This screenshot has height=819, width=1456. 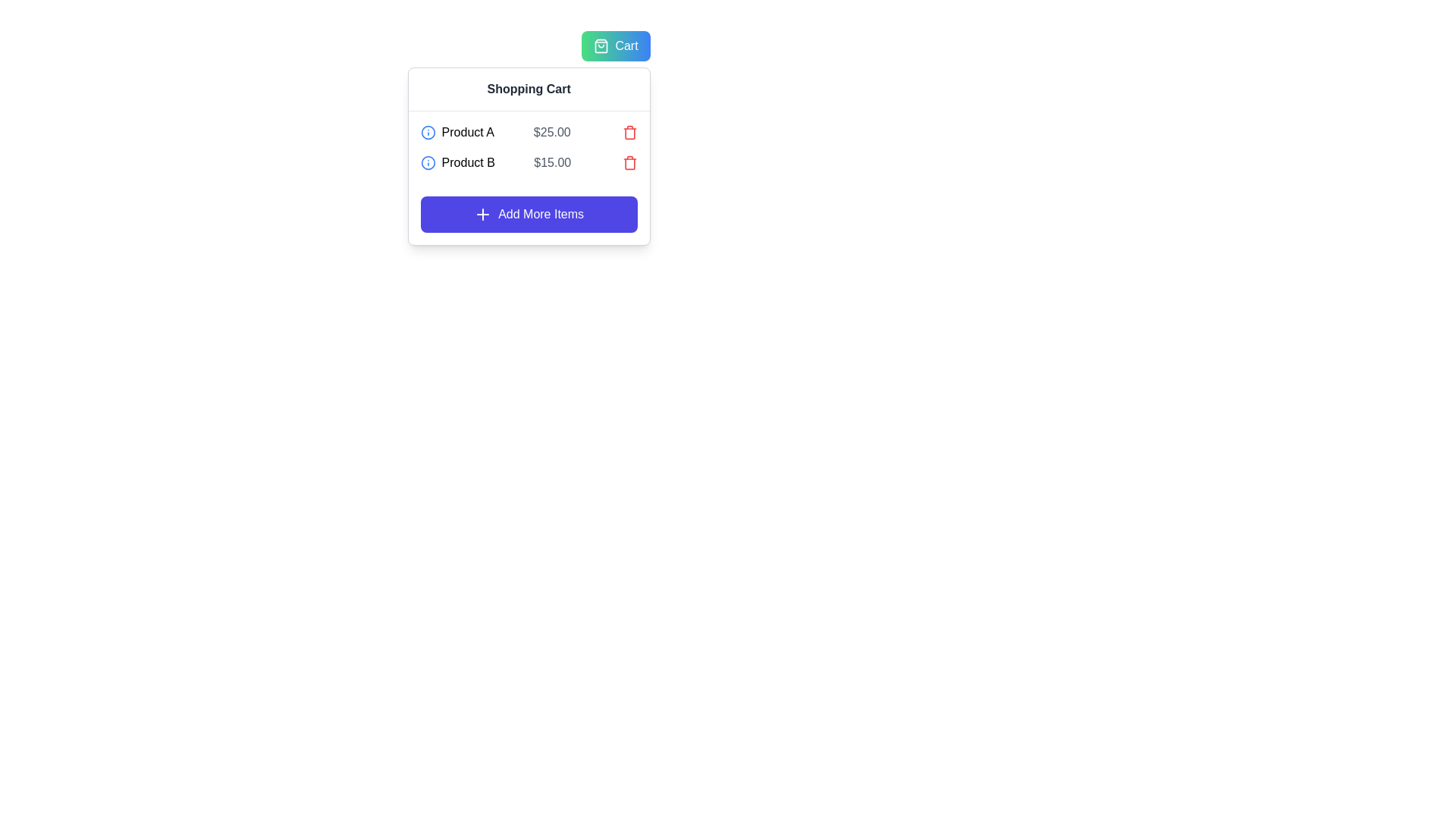 What do you see at coordinates (457, 131) in the screenshot?
I see `the text label displaying 'Product A', which is styled in a black font and is the first item in a vertical list of products in the shopping cart interface` at bounding box center [457, 131].